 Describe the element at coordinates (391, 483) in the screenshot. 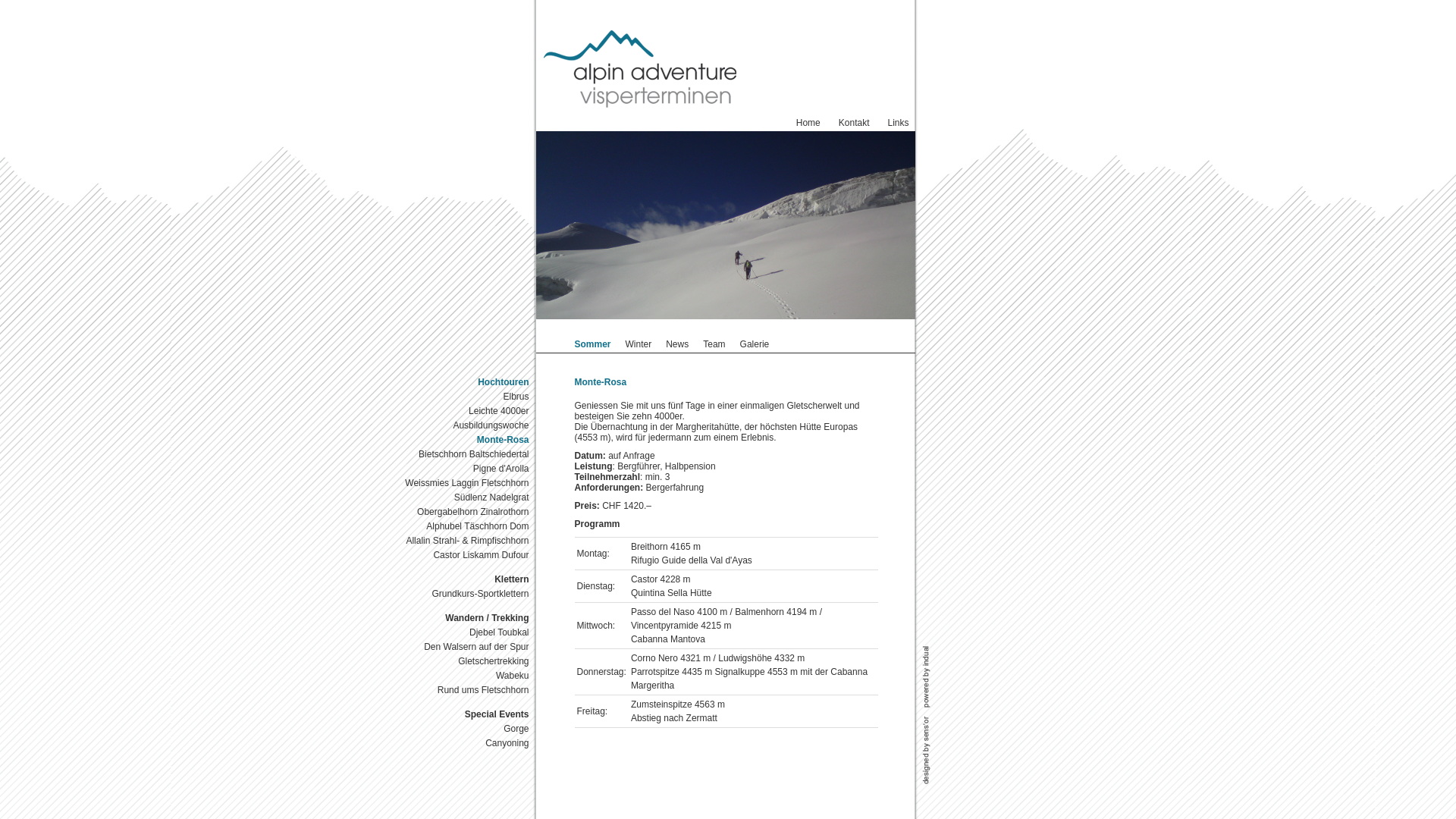

I see `'Weissmies Laggin Fletschhorn'` at that location.